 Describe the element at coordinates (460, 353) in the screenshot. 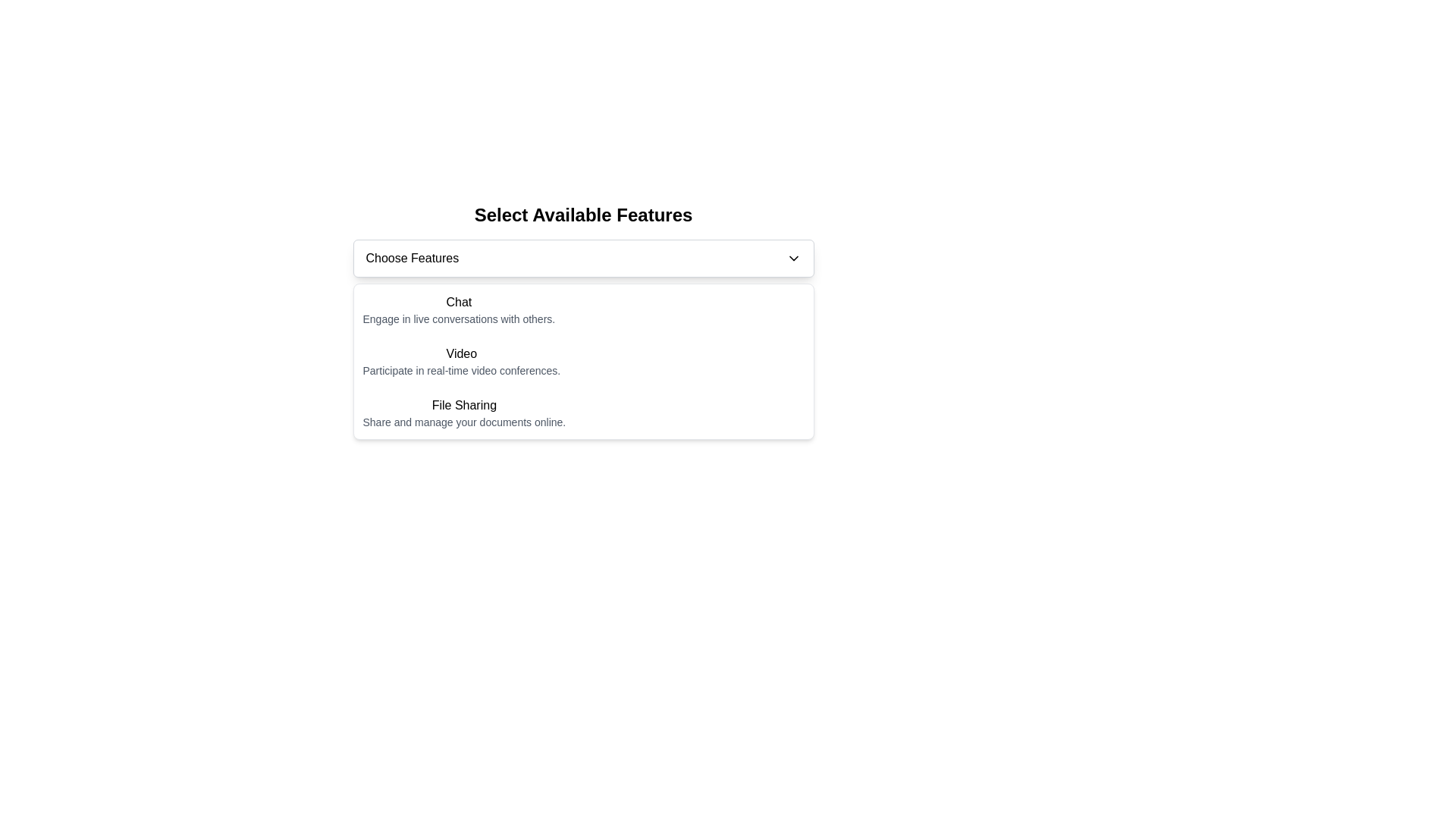

I see `the 'Video' text label, which is bold and black, located centrally in the interface, beneath 'Chat' and above 'File Sharing'` at that location.